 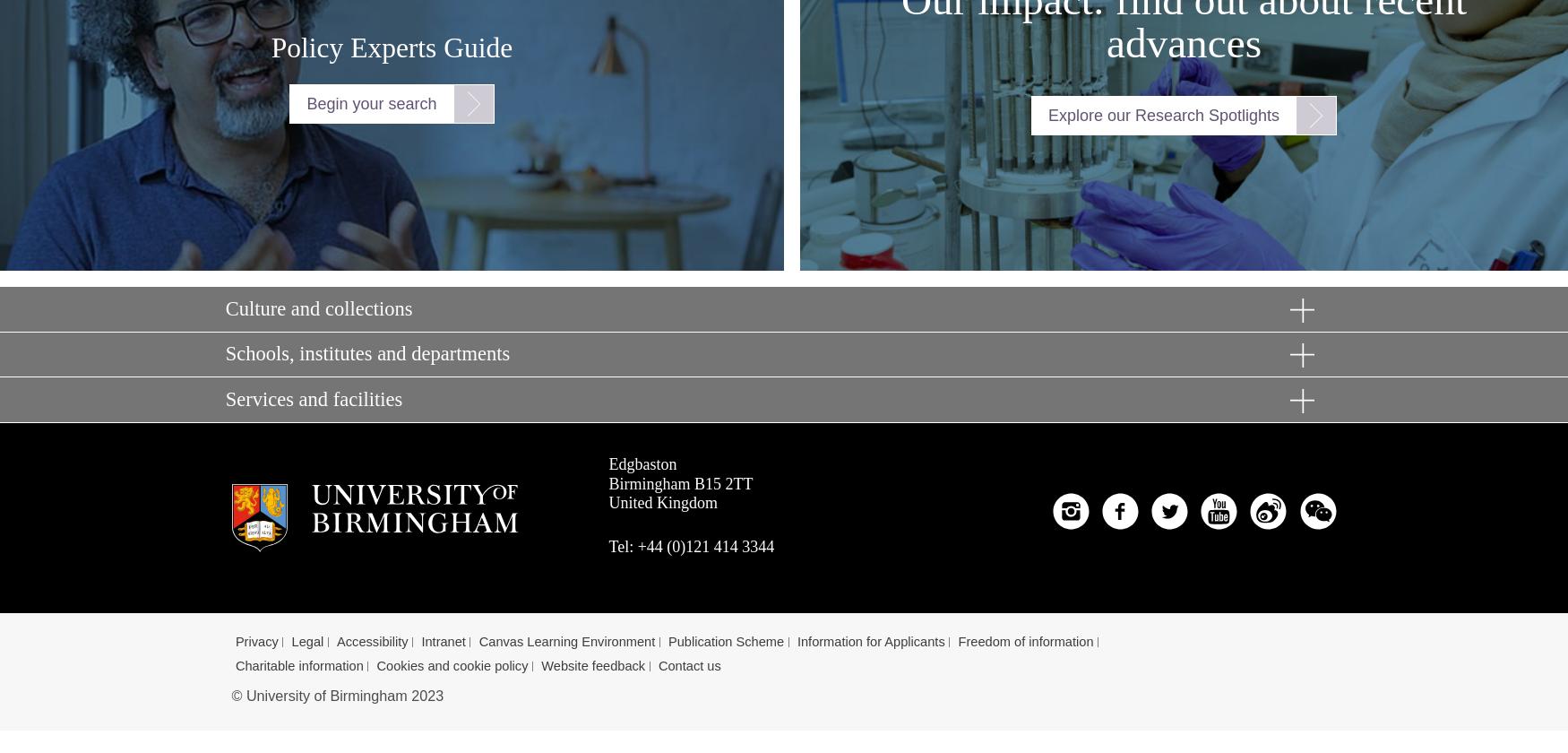 What do you see at coordinates (290, 642) in the screenshot?
I see `'Legal'` at bounding box center [290, 642].